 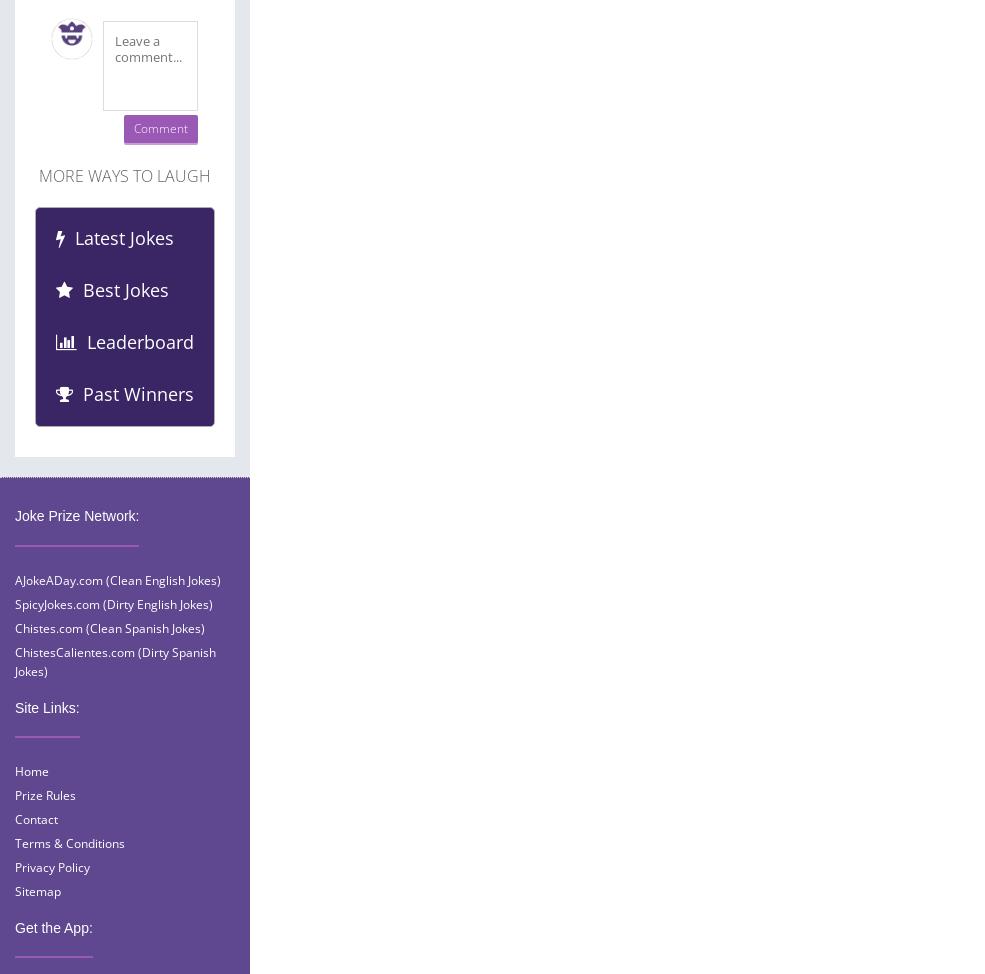 What do you see at coordinates (38, 175) in the screenshot?
I see `'MORE WAYS TO LAUGH'` at bounding box center [38, 175].